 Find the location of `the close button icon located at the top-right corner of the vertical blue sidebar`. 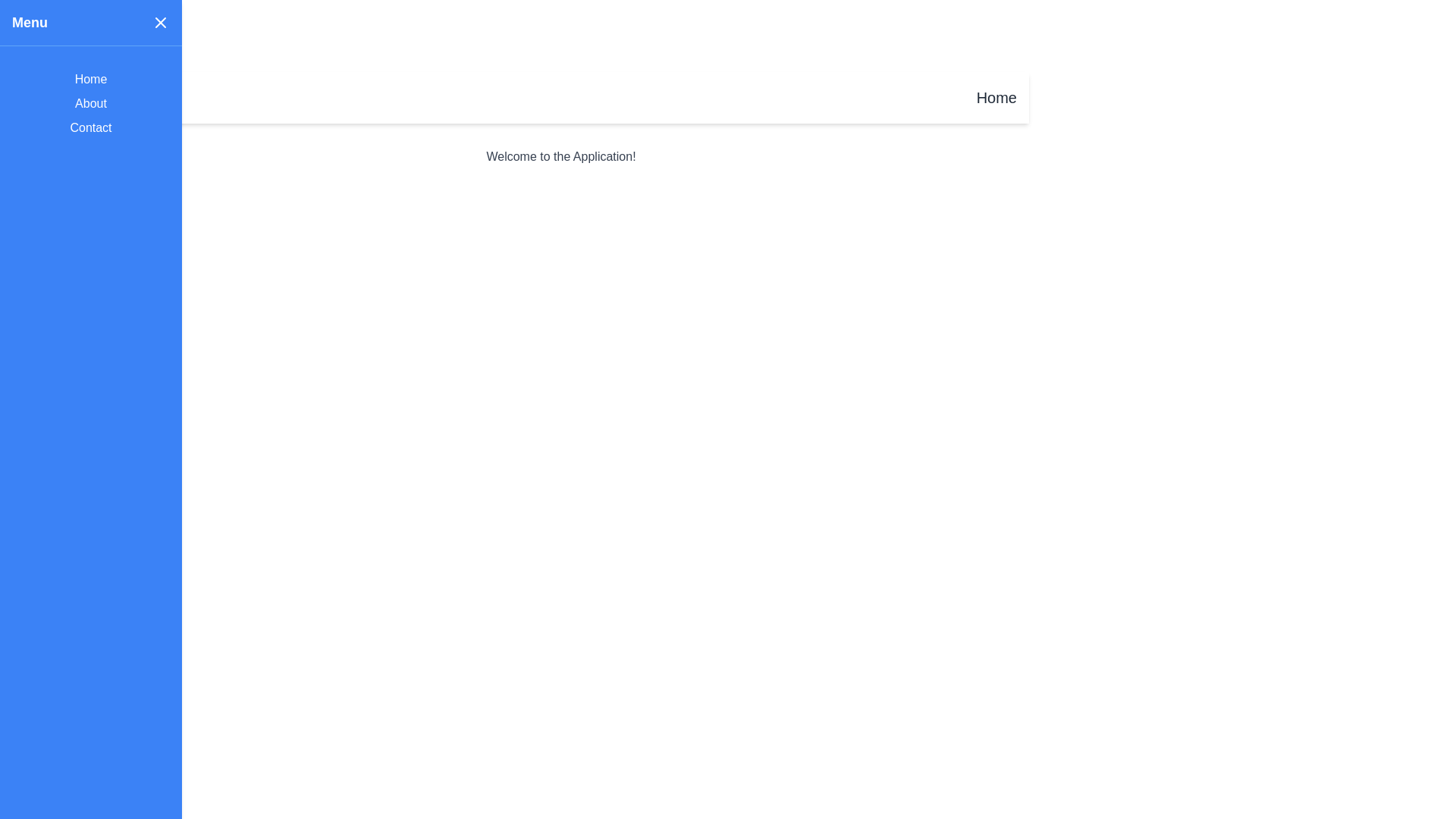

the close button icon located at the top-right corner of the vertical blue sidebar is located at coordinates (160, 23).